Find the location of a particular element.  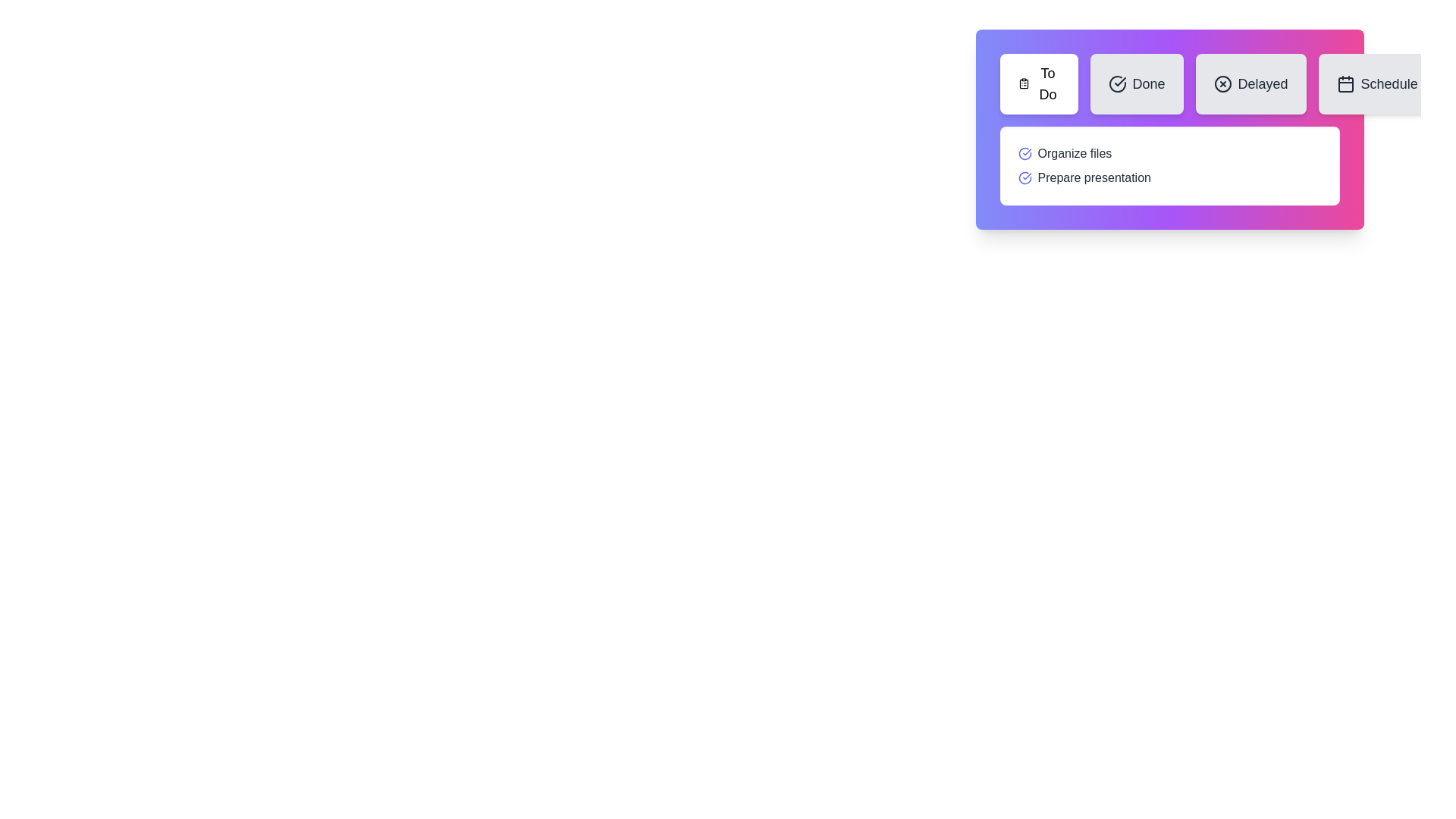

the Delayed tab button to observe its hover effect is located at coordinates (1250, 84).